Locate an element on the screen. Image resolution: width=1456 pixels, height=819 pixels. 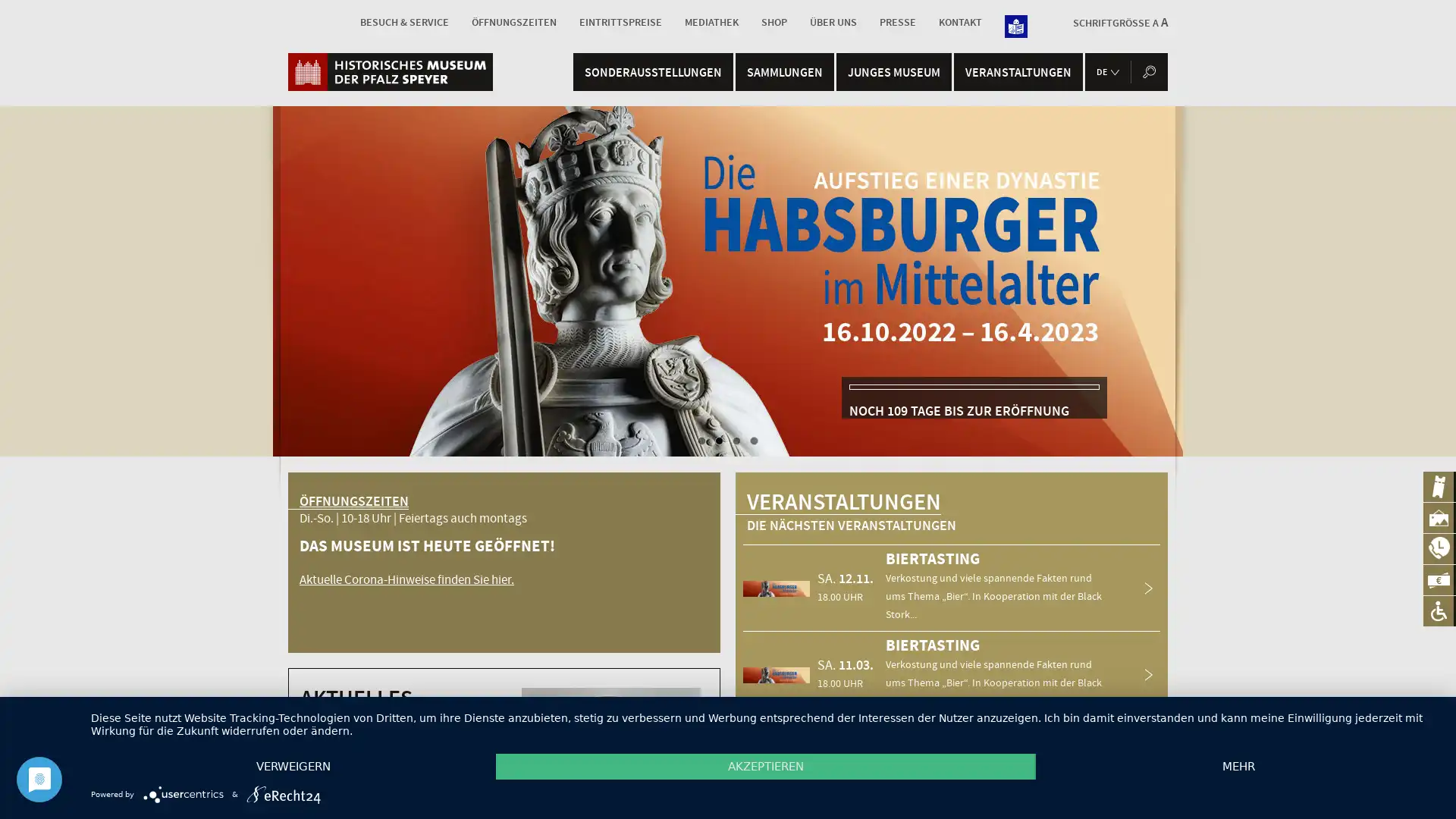
Verweigern is located at coordinates (293, 766).